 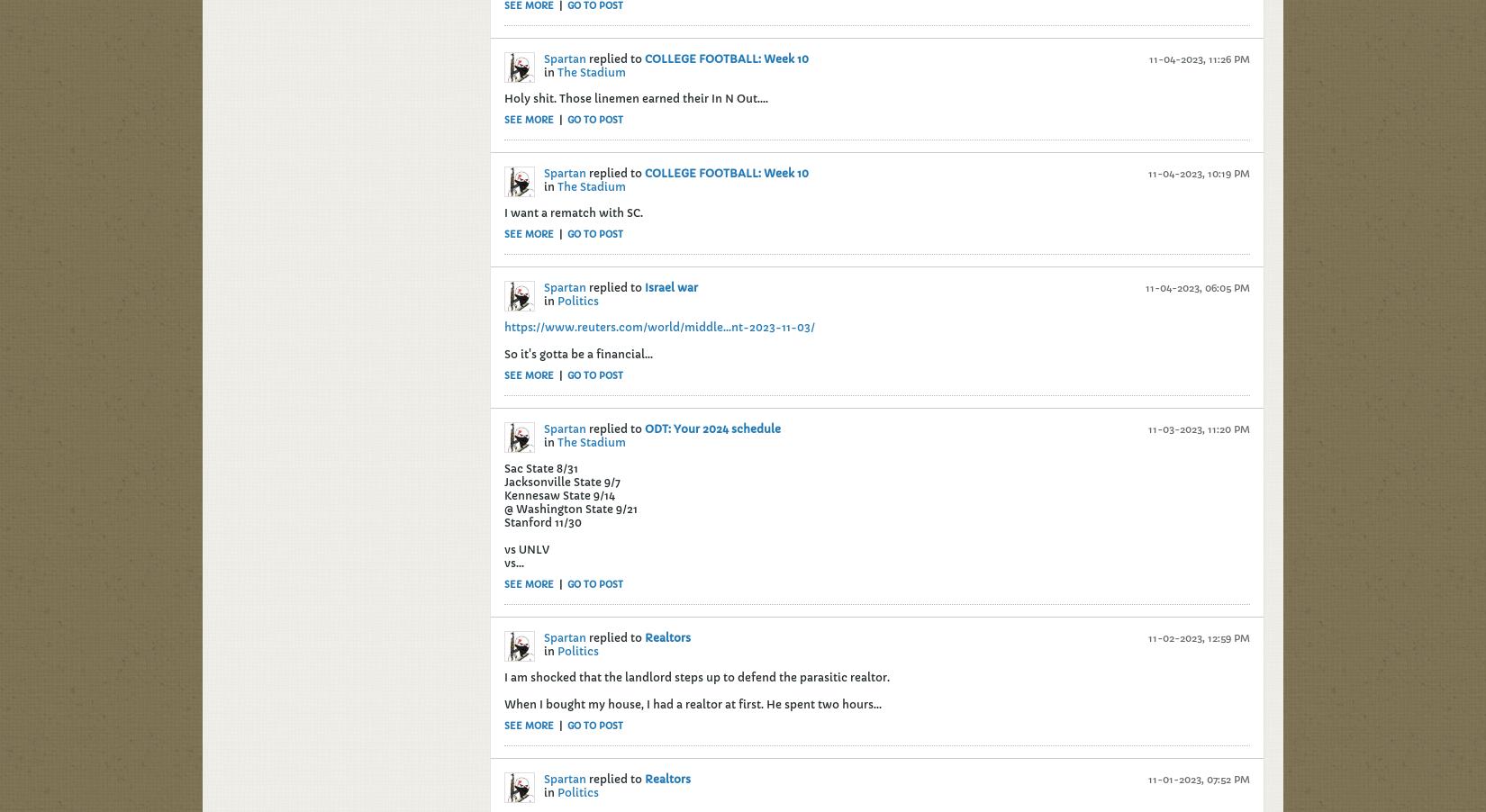 What do you see at coordinates (503, 561) in the screenshot?
I see `'vs...'` at bounding box center [503, 561].